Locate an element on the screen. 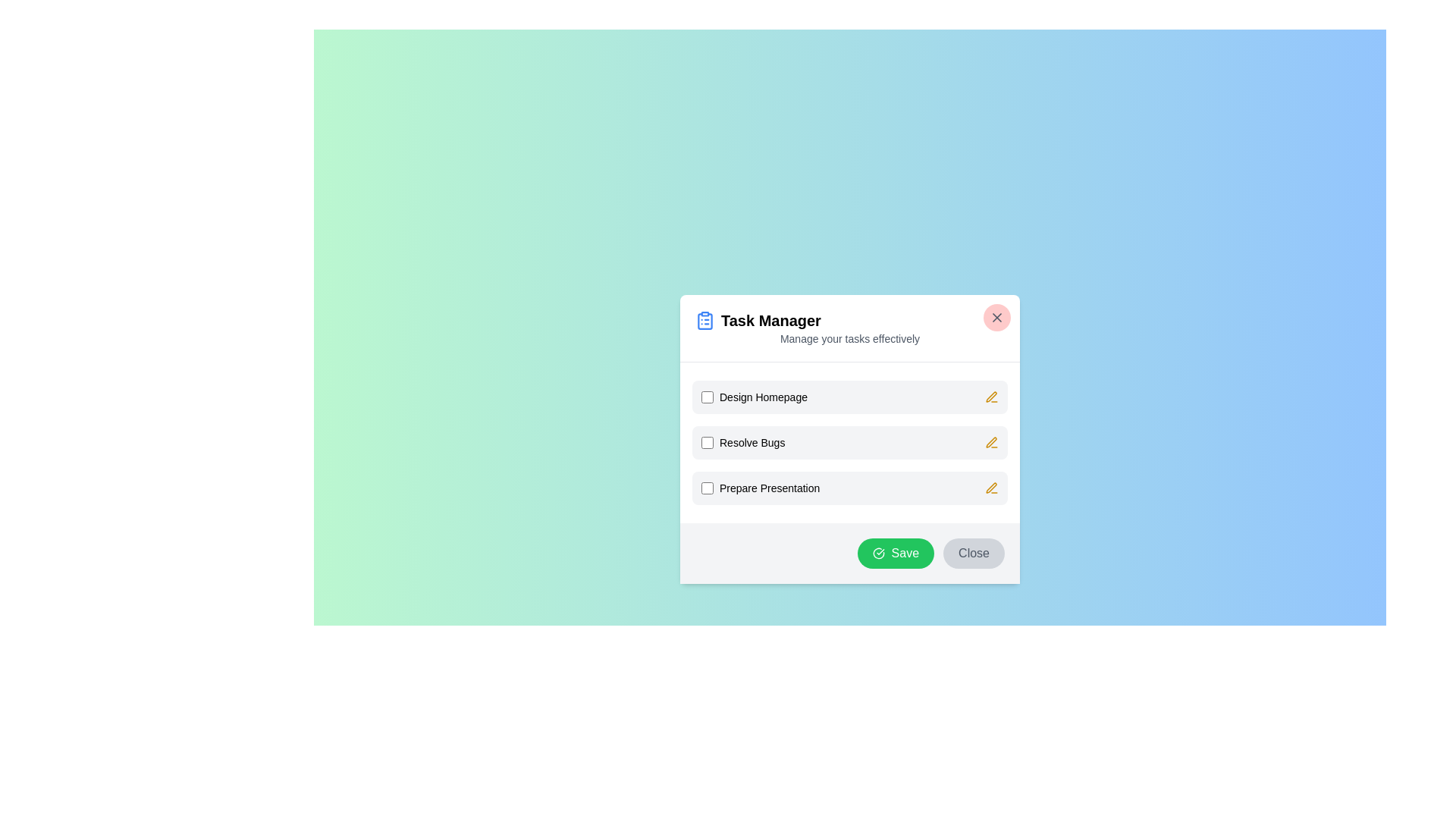  text label located in the second row of the Task Manager interface, which provides context for the task 'Design Homepage' is located at coordinates (752, 442).